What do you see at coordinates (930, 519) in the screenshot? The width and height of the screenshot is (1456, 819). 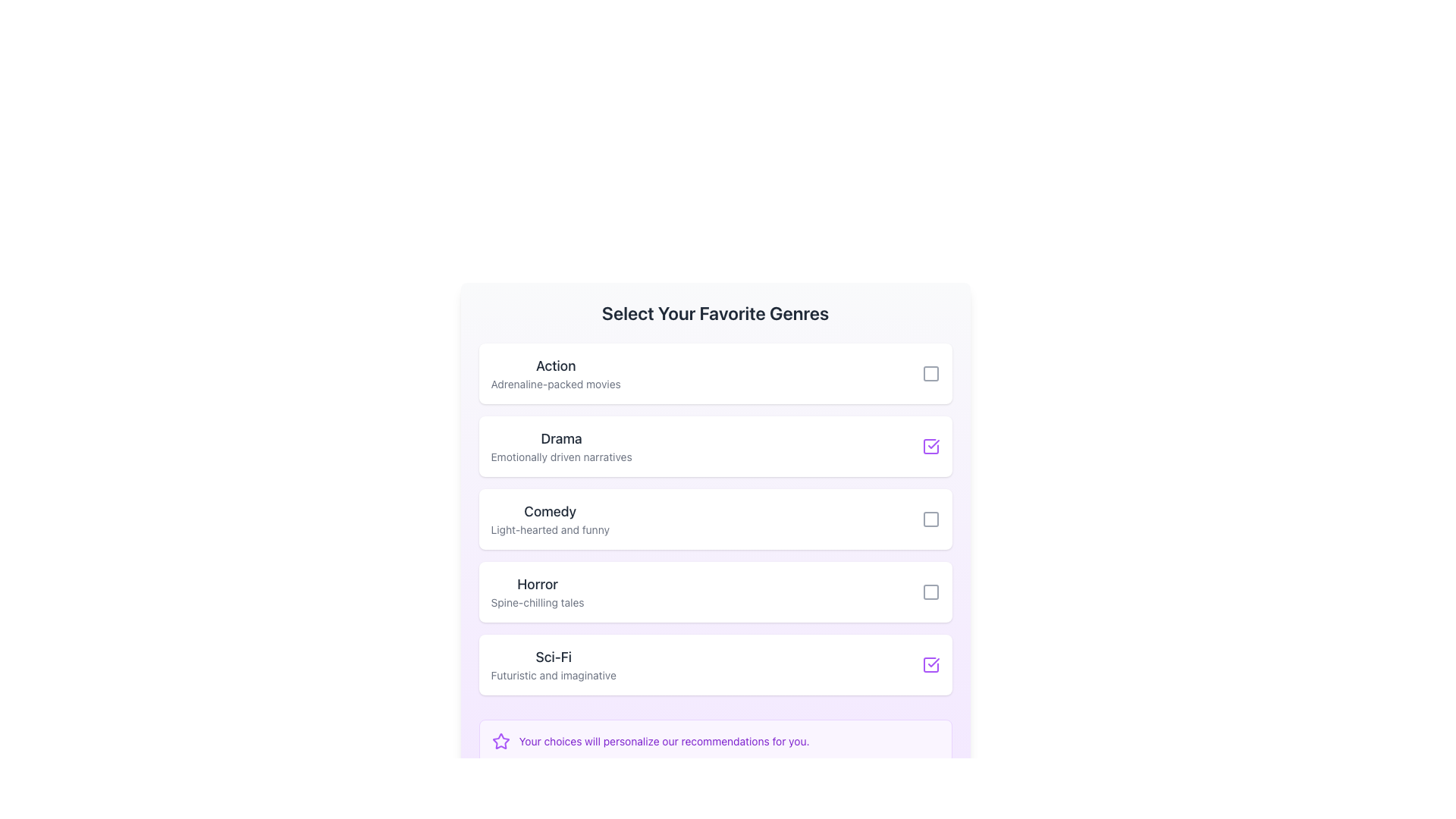 I see `the checkbox element for the 'Comedy' genre option, which serves as a selection indicator` at bounding box center [930, 519].